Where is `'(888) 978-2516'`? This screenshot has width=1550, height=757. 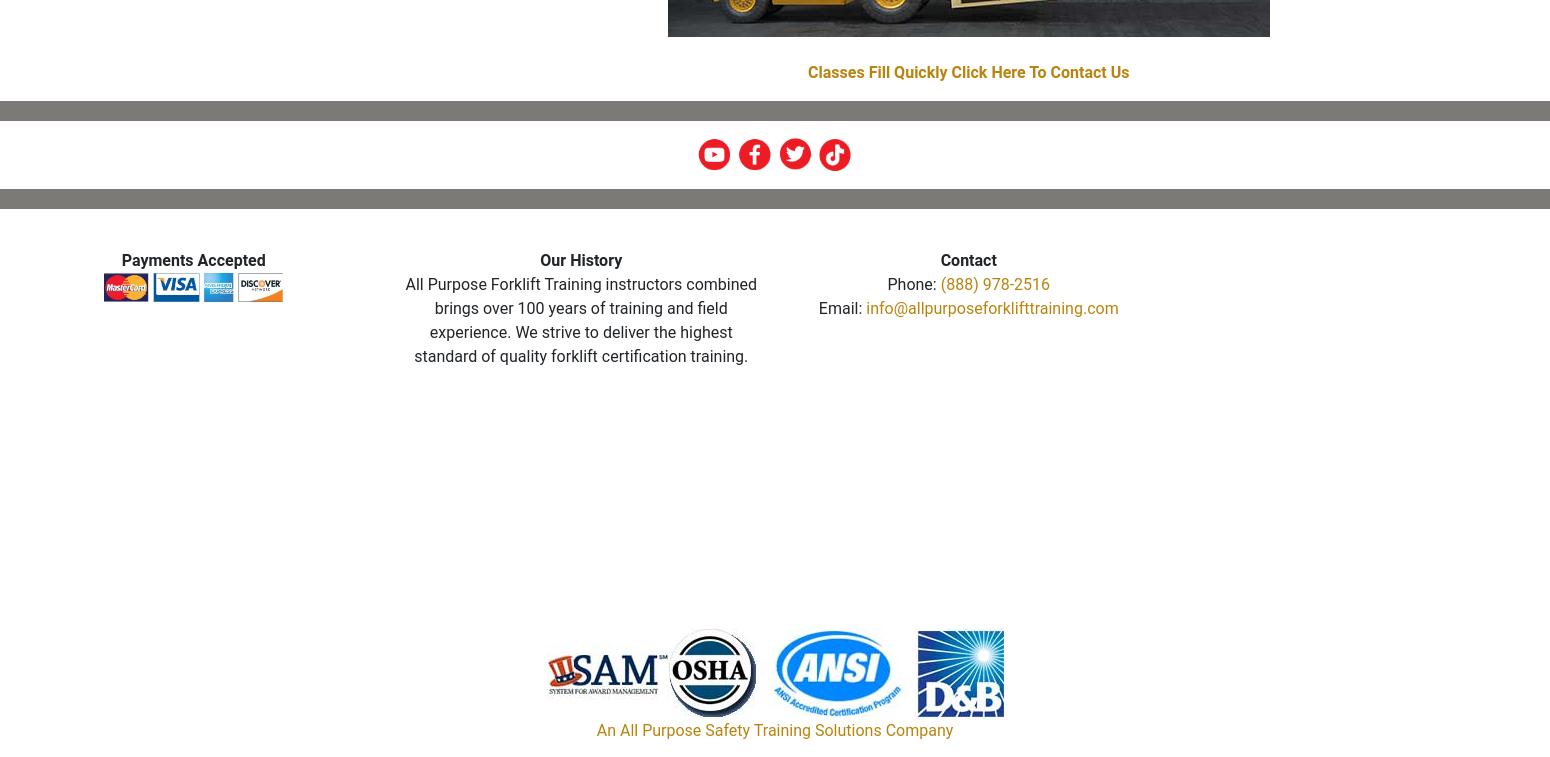
'(888) 978-2516' is located at coordinates (993, 283).